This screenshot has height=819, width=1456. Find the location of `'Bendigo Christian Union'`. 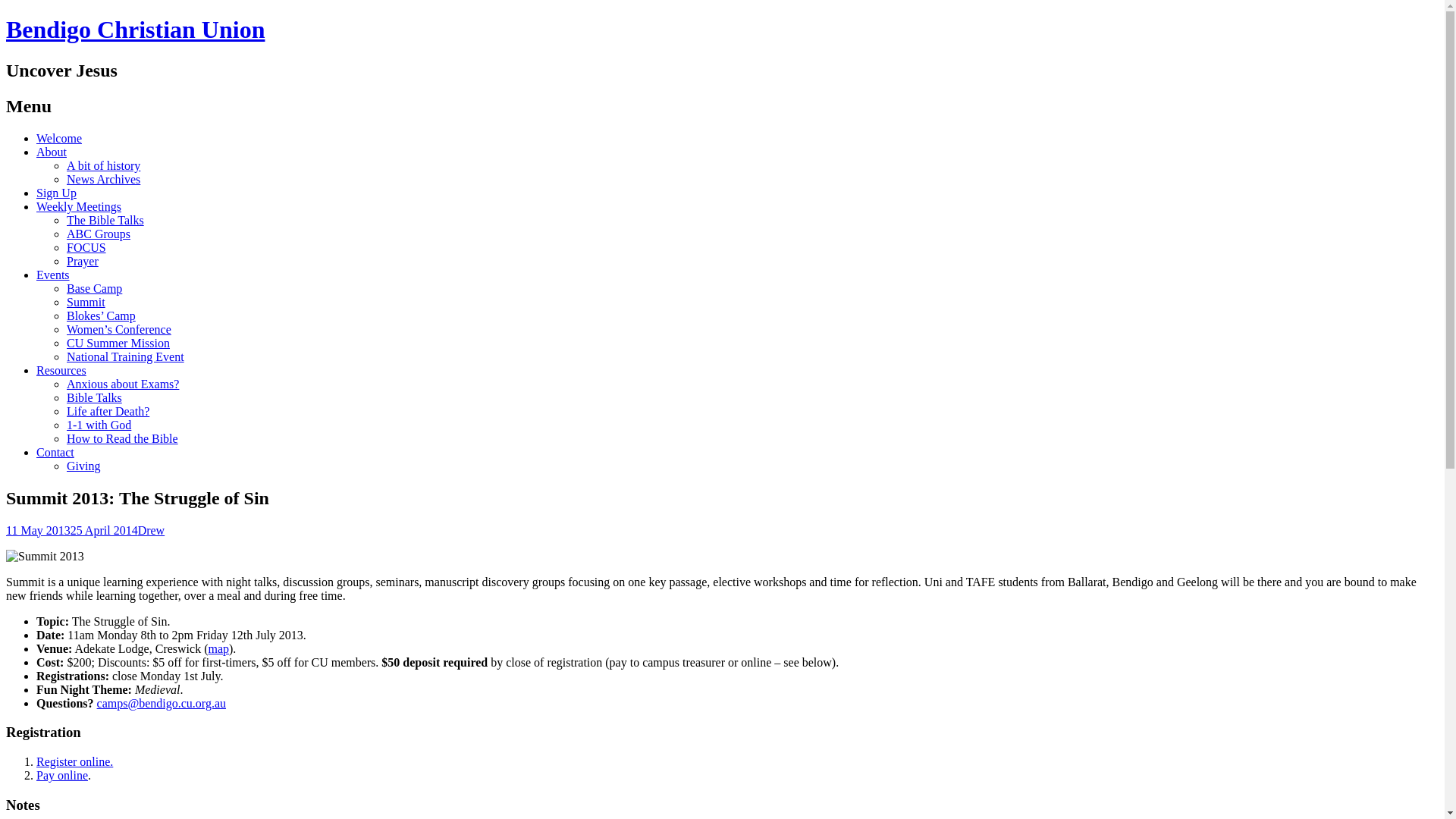

'Bendigo Christian Union' is located at coordinates (135, 29).